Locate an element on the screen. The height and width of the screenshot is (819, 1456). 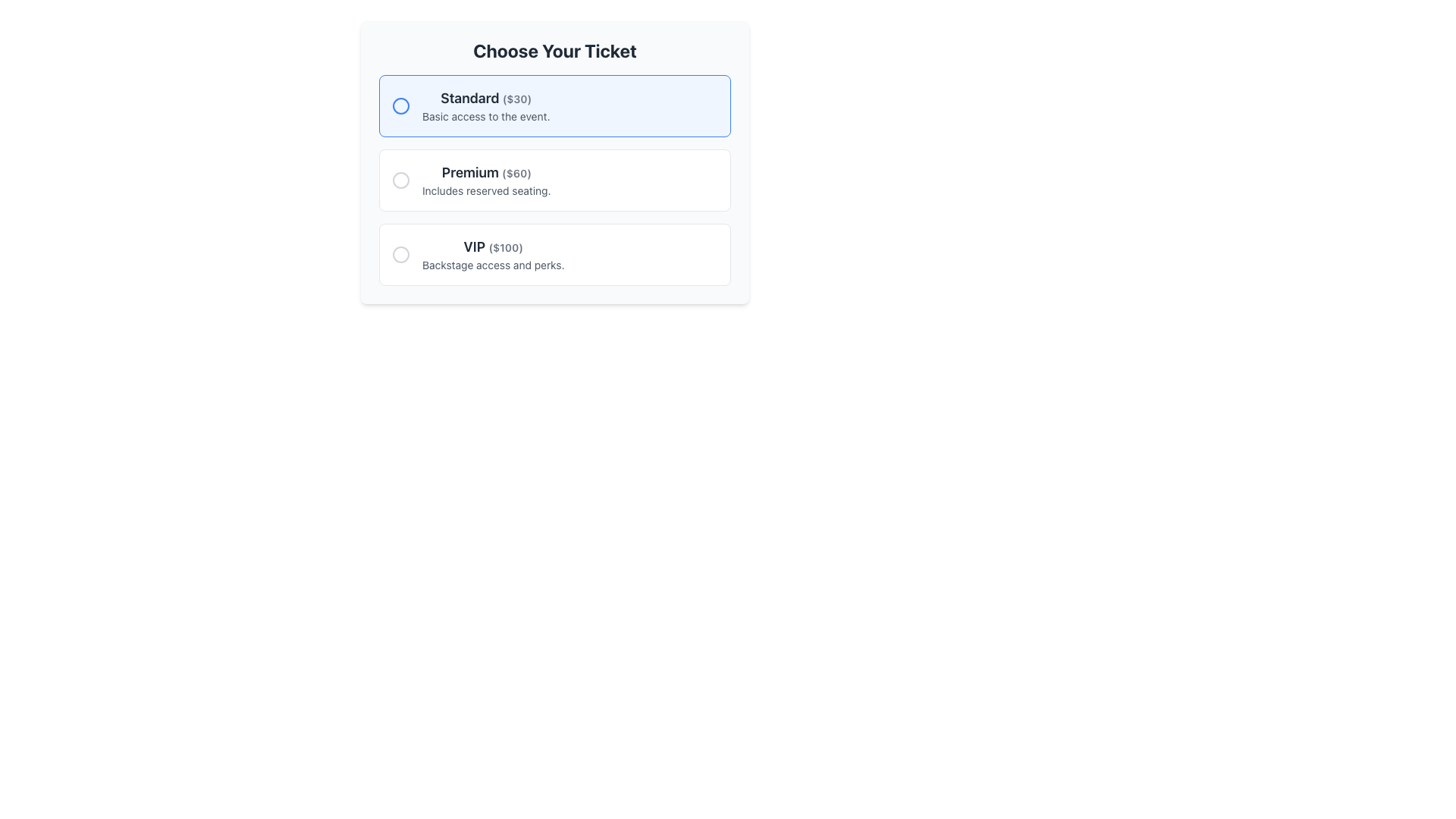
the price text label indicating the 'Premium' ticket option, located to the right of the 'Premium' label is located at coordinates (516, 172).